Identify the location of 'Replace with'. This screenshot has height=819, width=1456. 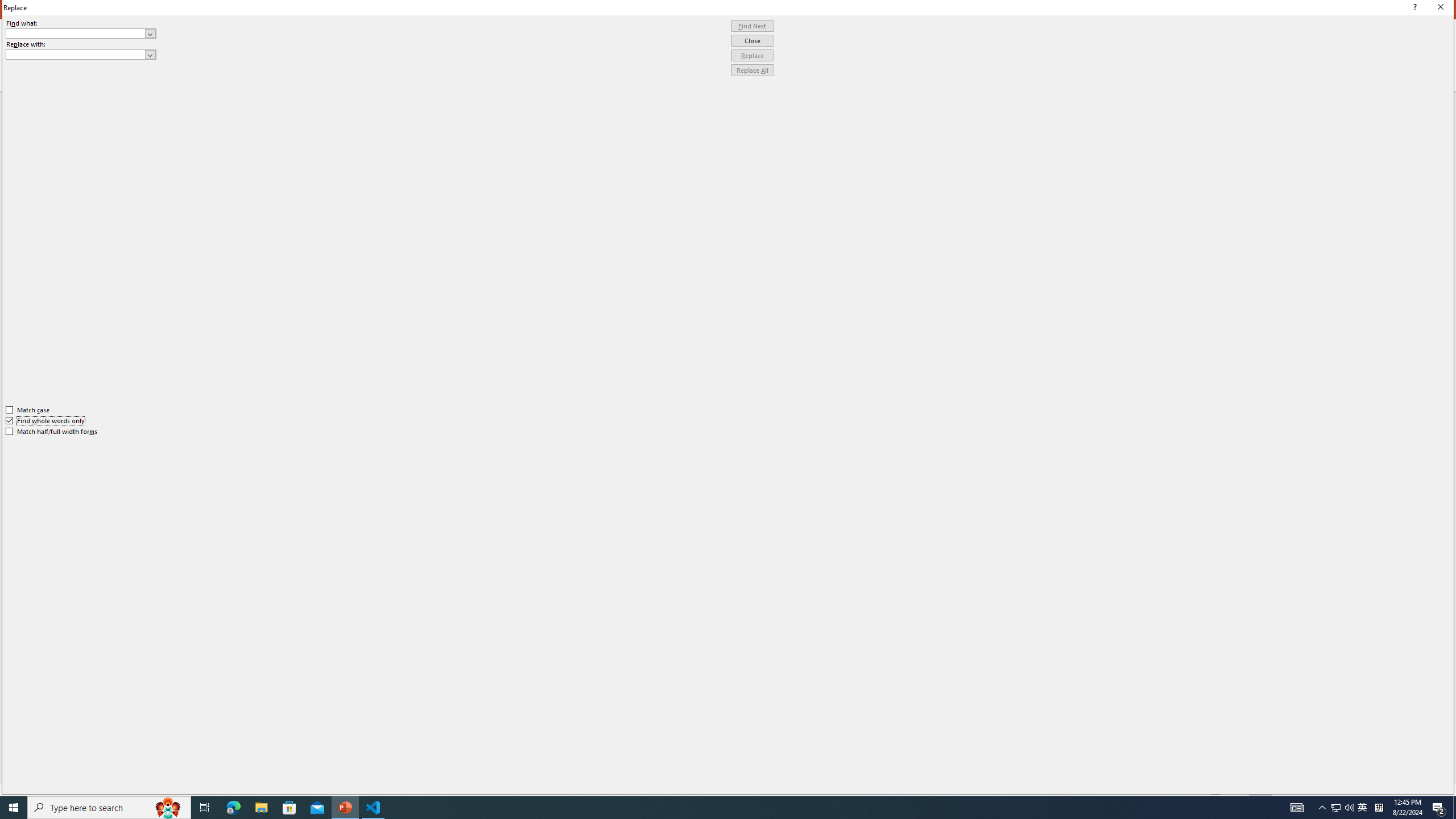
(76, 54).